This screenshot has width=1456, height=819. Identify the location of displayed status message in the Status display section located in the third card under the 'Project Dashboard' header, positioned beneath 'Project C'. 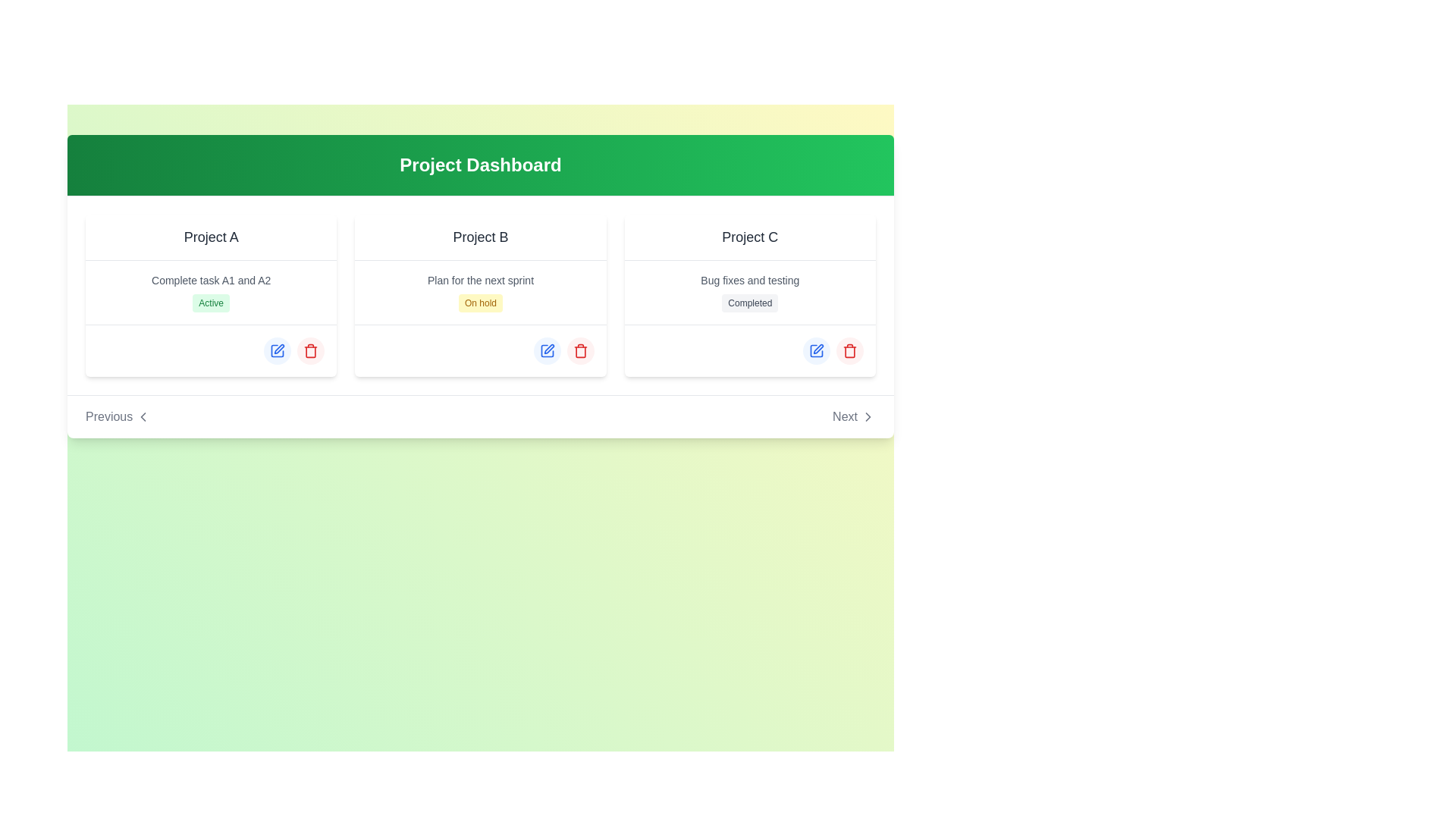
(750, 292).